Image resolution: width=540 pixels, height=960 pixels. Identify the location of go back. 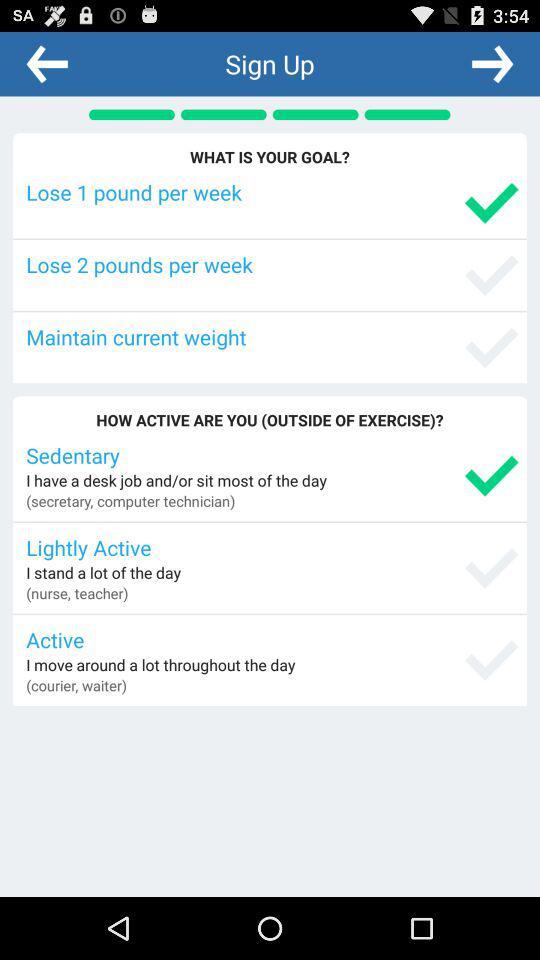
(47, 63).